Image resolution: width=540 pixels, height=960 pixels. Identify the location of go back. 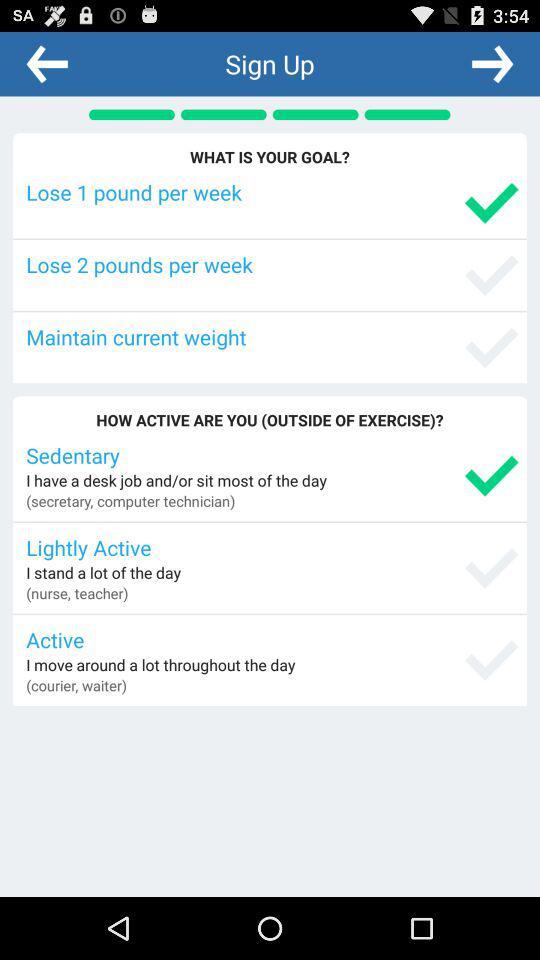
(47, 63).